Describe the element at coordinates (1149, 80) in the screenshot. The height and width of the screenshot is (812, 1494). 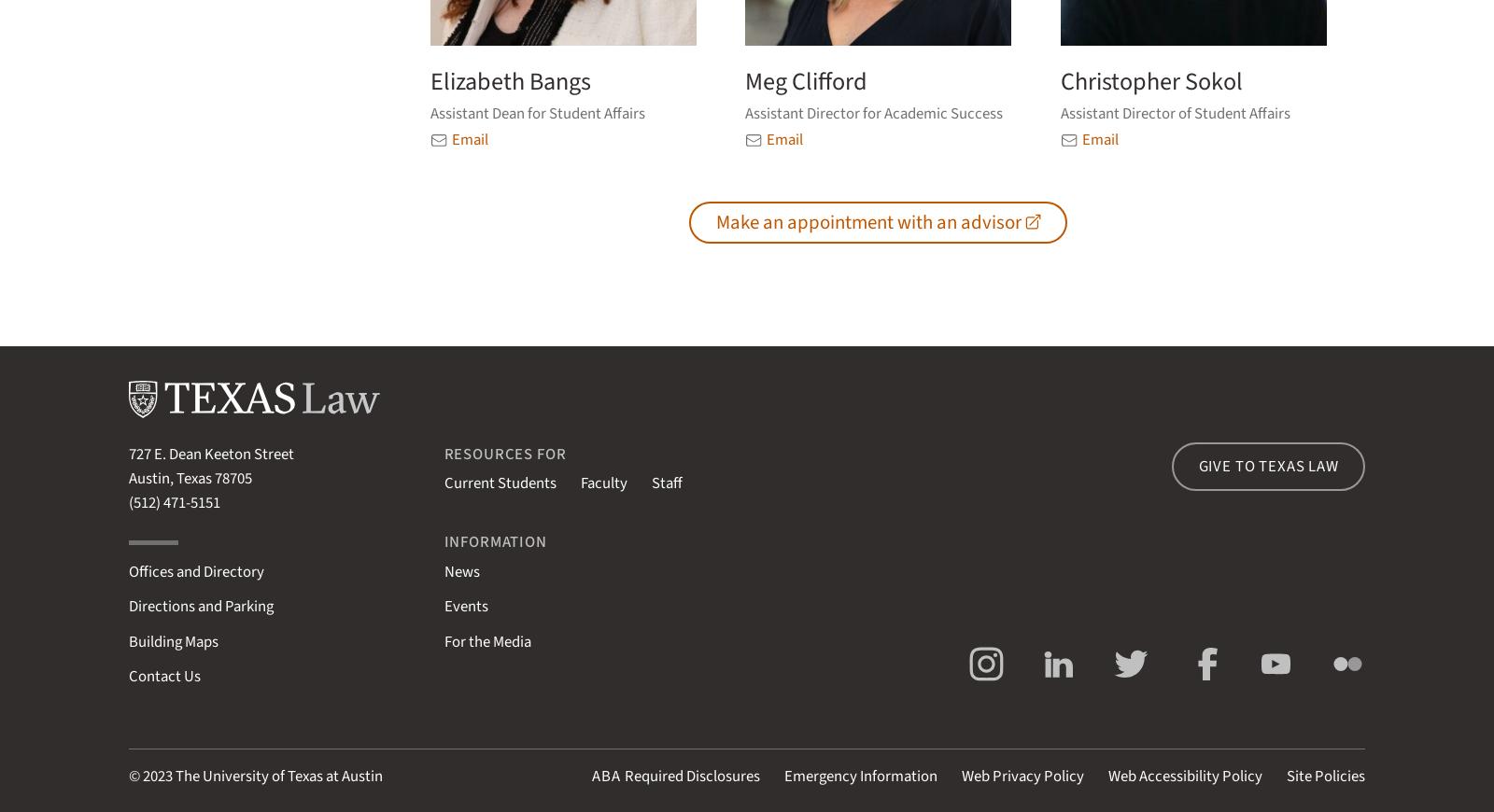
I see `'Christopher Sokol'` at that location.